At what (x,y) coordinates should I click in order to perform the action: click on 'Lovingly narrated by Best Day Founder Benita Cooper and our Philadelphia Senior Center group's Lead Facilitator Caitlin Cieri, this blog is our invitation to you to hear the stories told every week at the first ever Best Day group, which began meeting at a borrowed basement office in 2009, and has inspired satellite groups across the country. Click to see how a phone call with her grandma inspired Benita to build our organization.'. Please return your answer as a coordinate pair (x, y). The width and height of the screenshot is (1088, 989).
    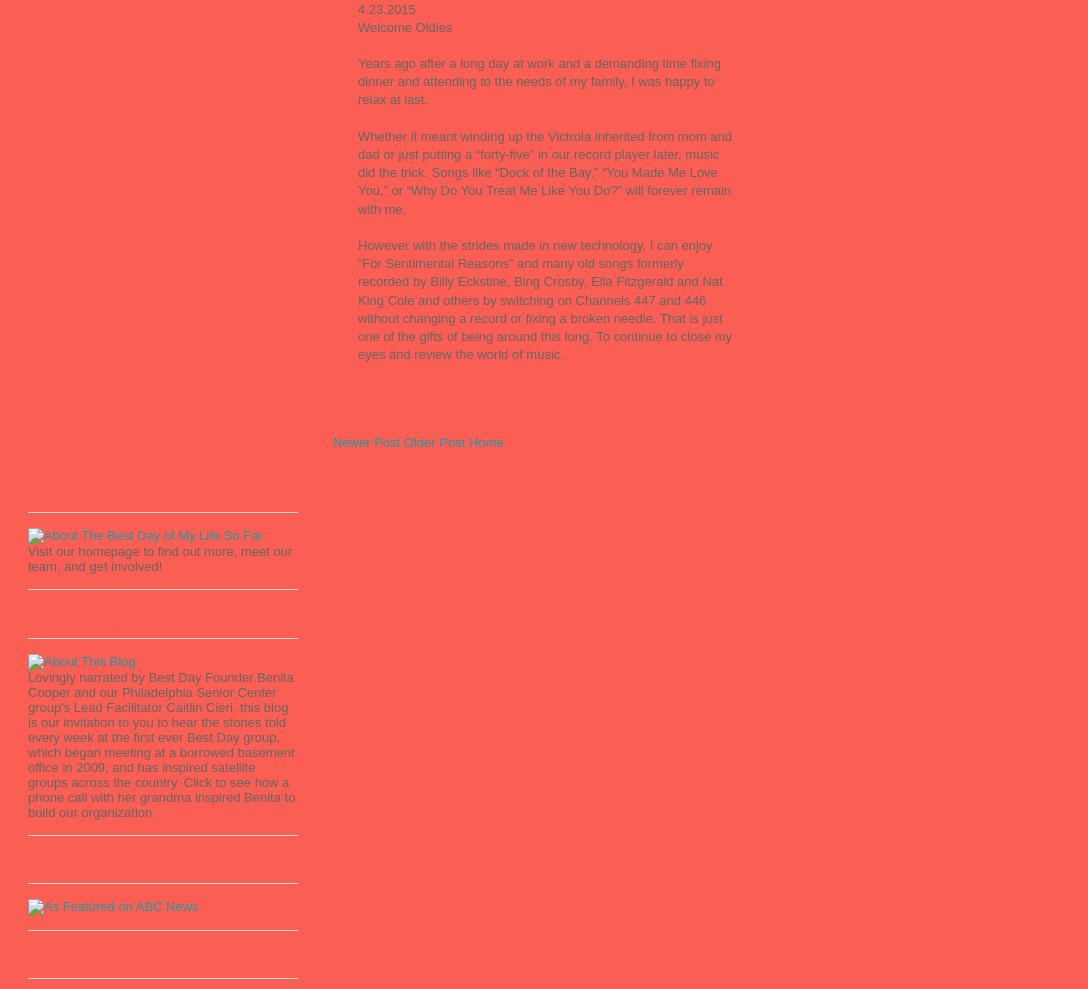
    Looking at the image, I should click on (160, 744).